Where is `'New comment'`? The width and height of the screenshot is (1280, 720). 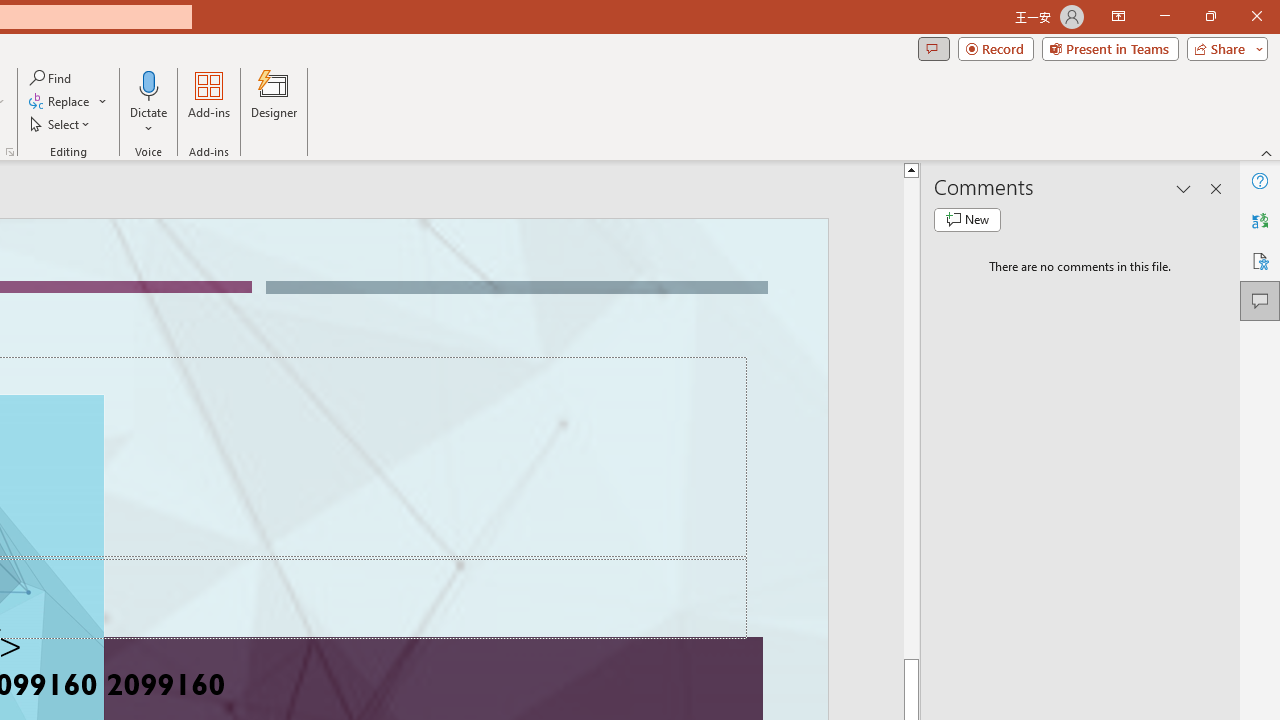 'New comment' is located at coordinates (967, 219).